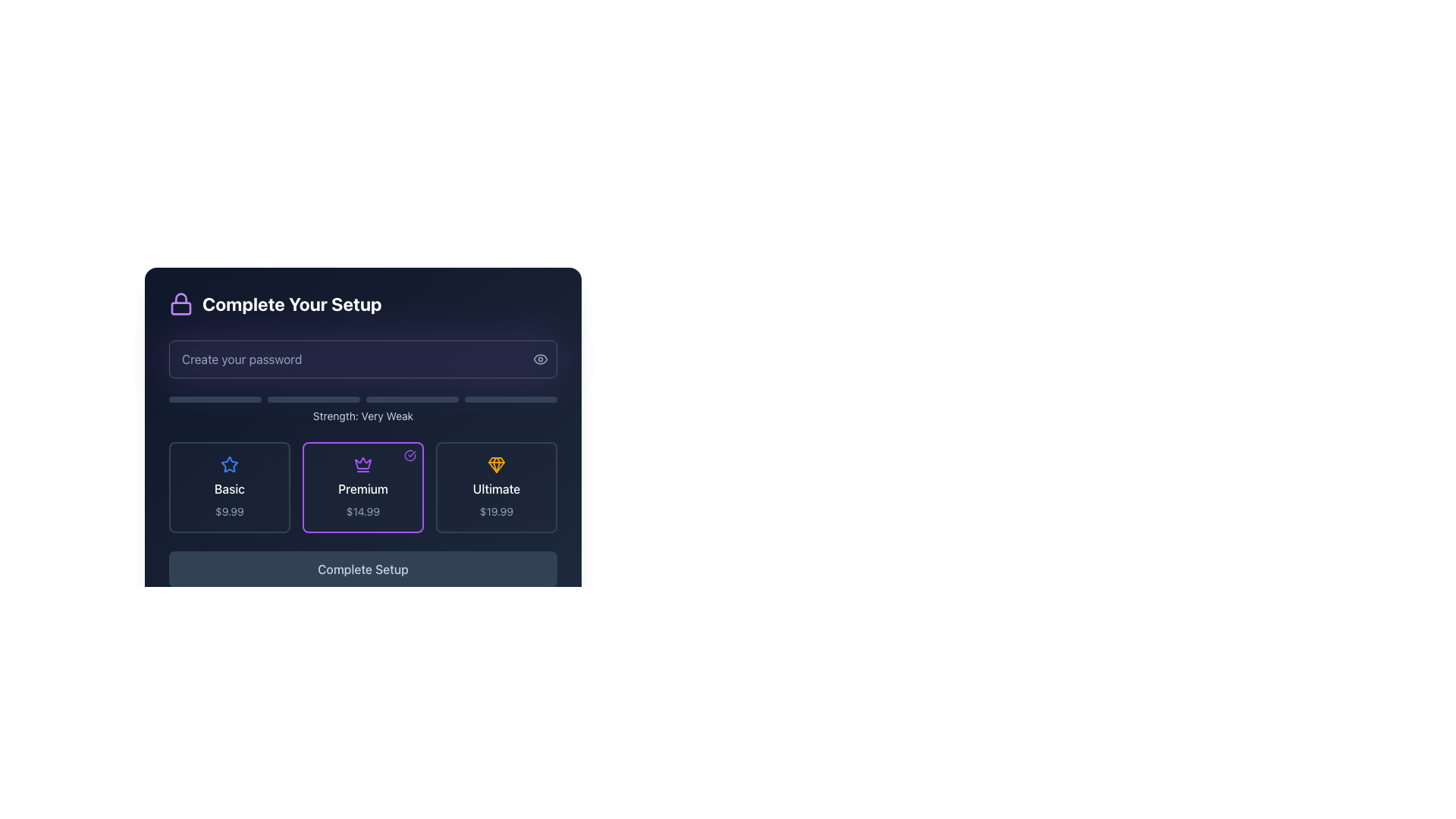 The width and height of the screenshot is (1456, 819). I want to click on the text label displaying the price '$14.99' located at the bottom of the 'Premium' subscription option box, centered horizontally within the card, so click(362, 512).